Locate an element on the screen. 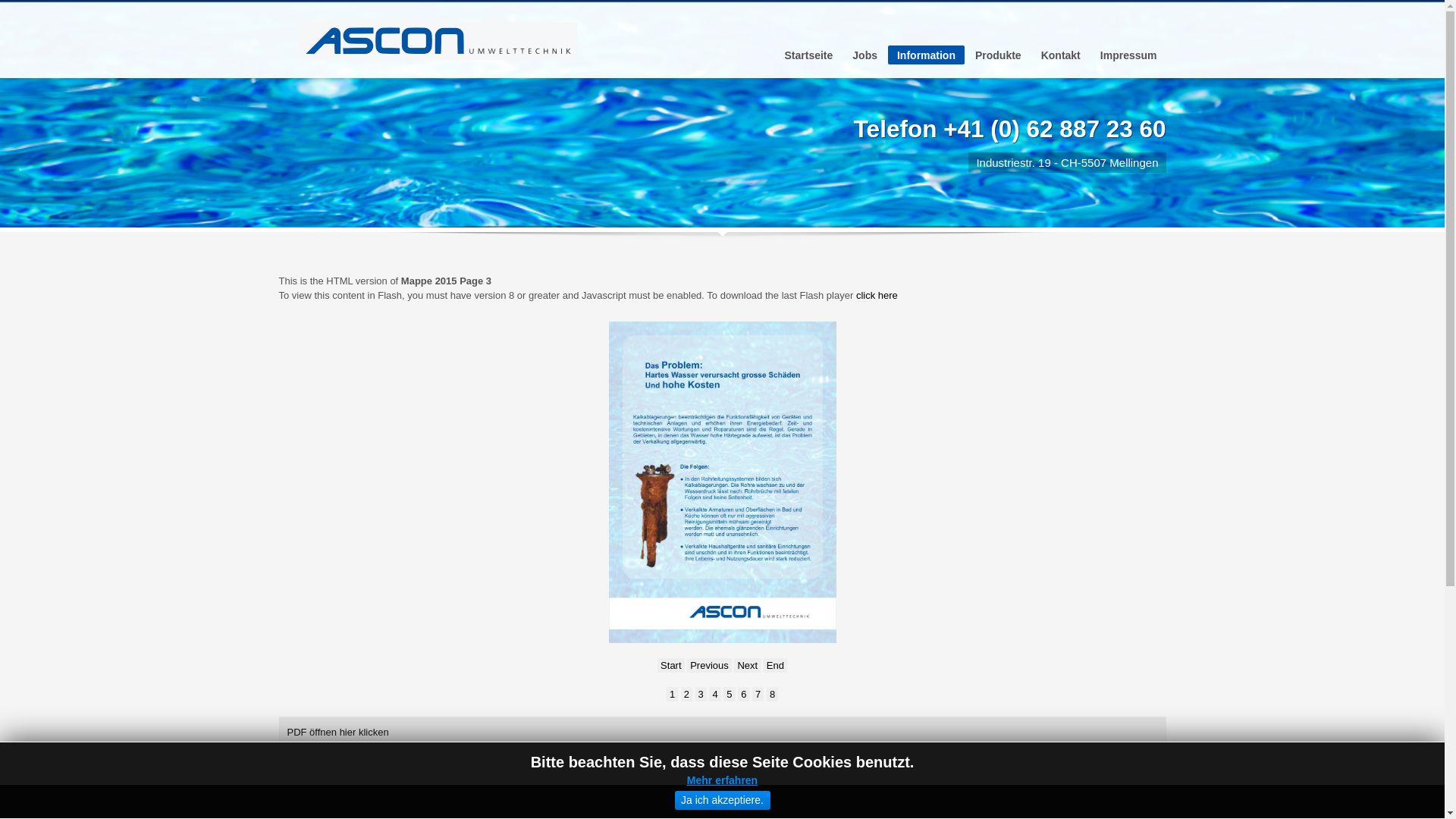 This screenshot has width=1456, height=819. 'Information' is located at coordinates (888, 54).